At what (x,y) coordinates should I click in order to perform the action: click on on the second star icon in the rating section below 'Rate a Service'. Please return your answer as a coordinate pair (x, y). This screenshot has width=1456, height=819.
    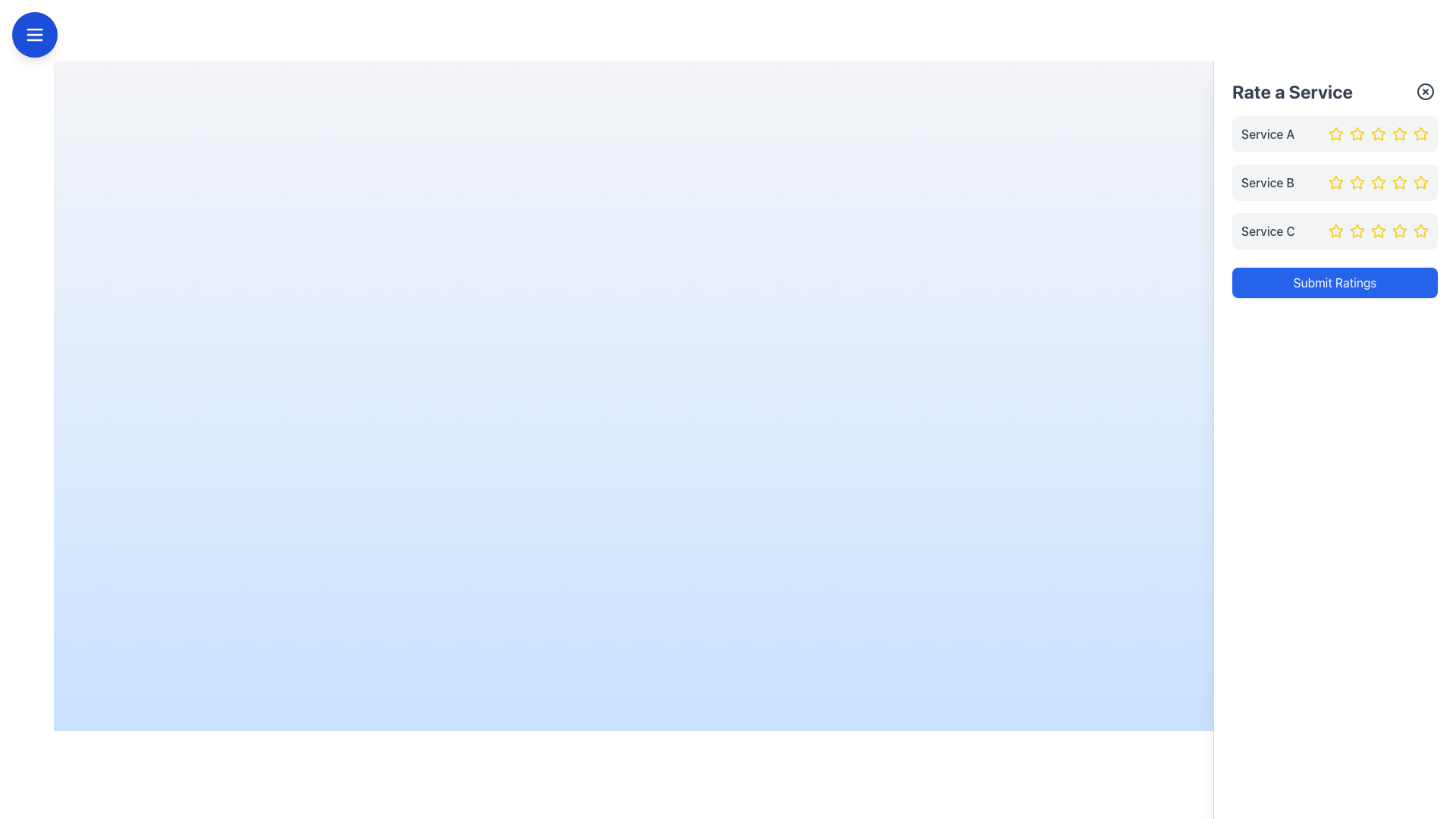
    Looking at the image, I should click on (1379, 133).